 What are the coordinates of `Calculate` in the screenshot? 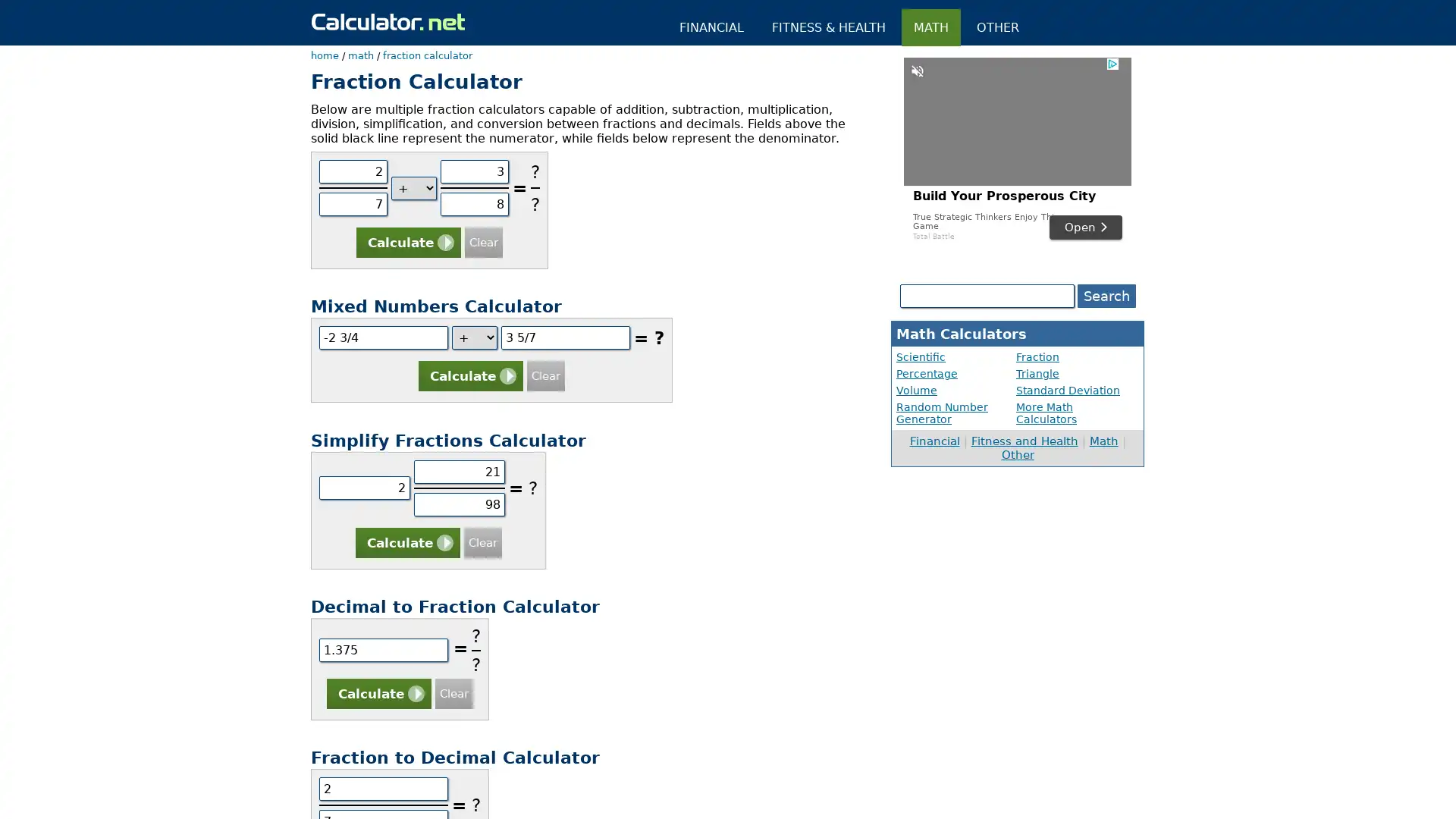 It's located at (407, 541).